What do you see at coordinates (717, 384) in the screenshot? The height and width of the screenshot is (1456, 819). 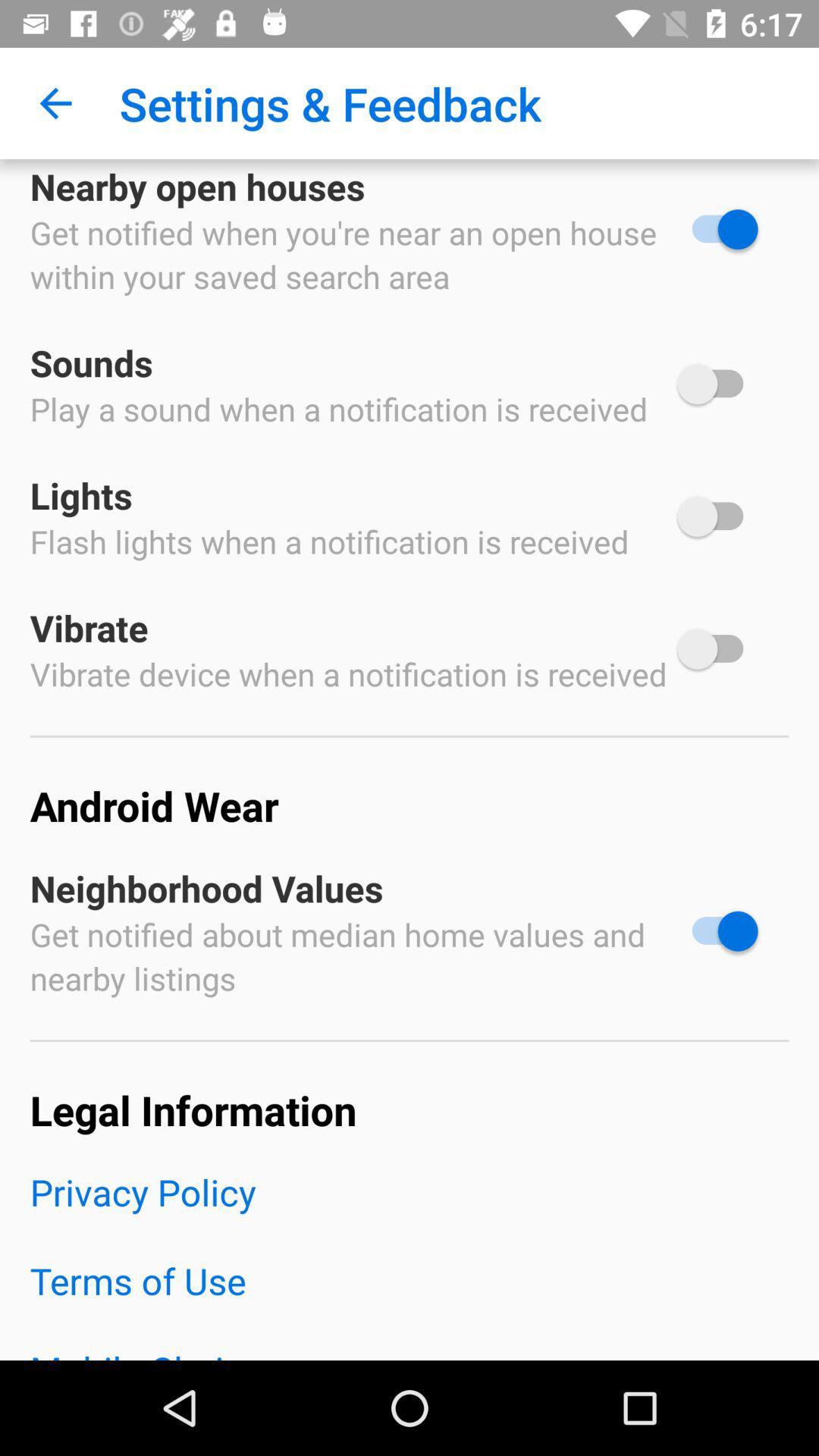 I see `switch sound option` at bounding box center [717, 384].